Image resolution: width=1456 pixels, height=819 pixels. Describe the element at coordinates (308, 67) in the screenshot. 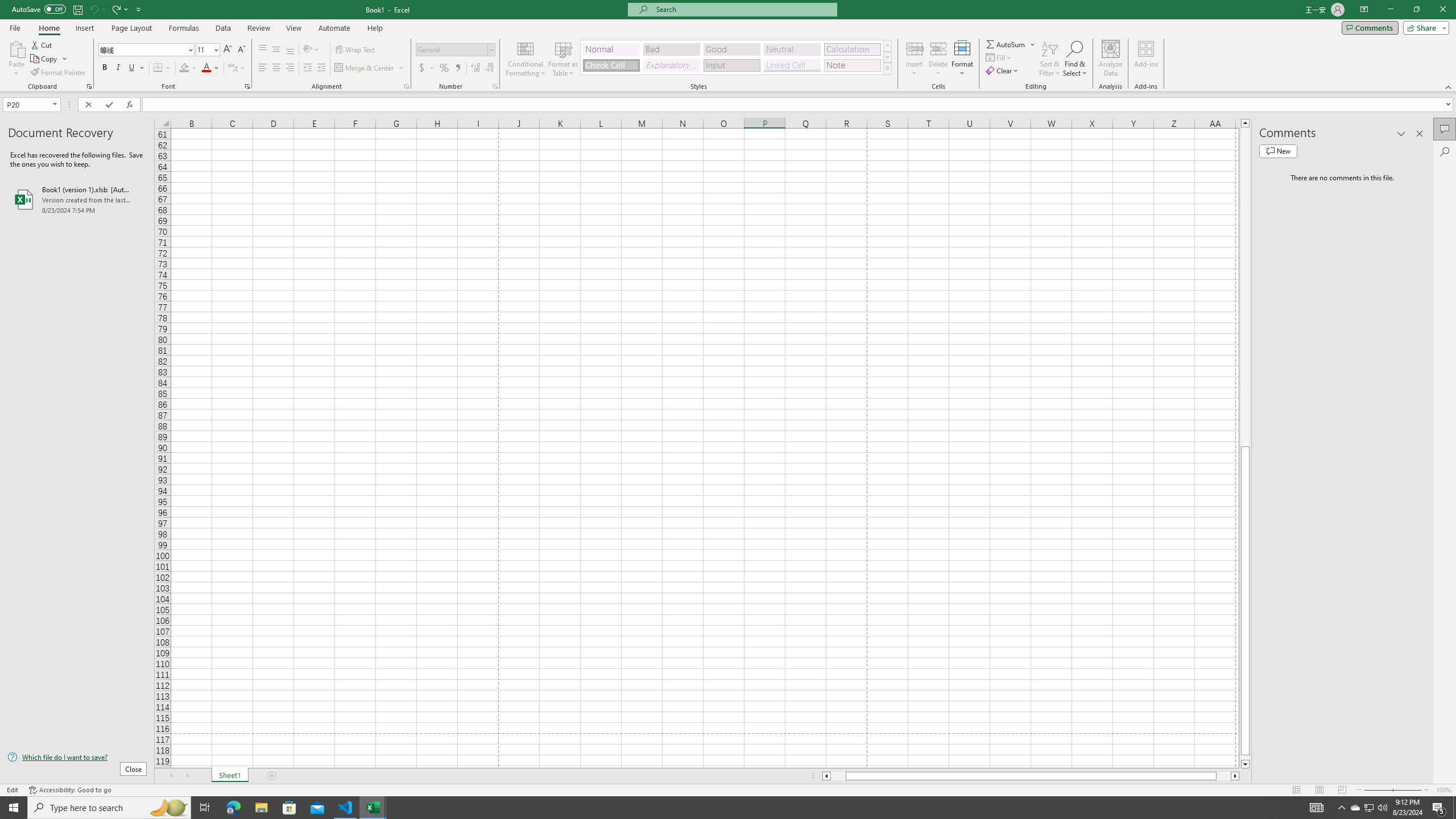

I see `'Decrease Indent'` at that location.